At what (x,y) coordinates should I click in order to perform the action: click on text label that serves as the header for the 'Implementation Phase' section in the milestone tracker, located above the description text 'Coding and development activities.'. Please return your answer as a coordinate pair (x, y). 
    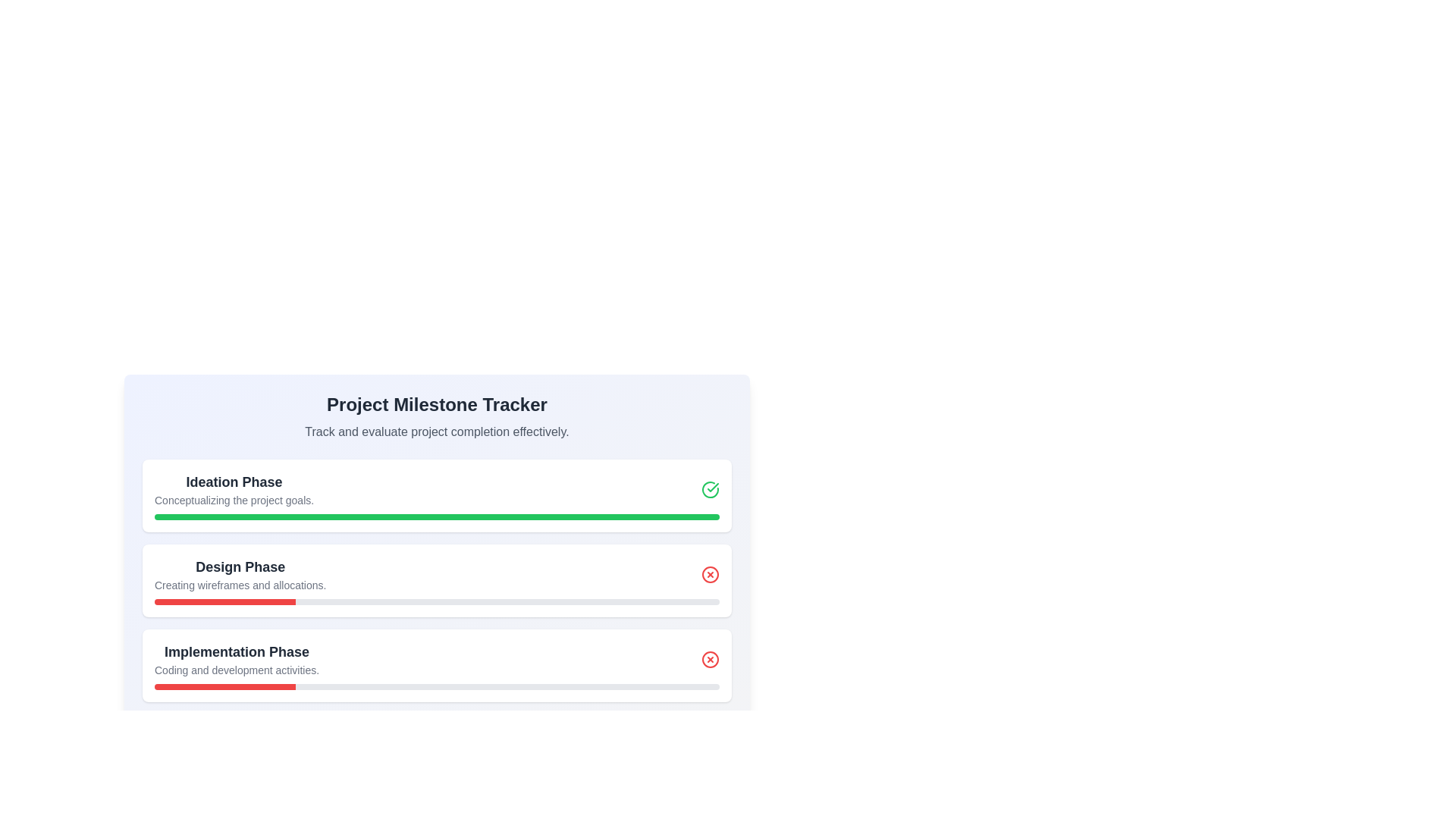
    Looking at the image, I should click on (236, 651).